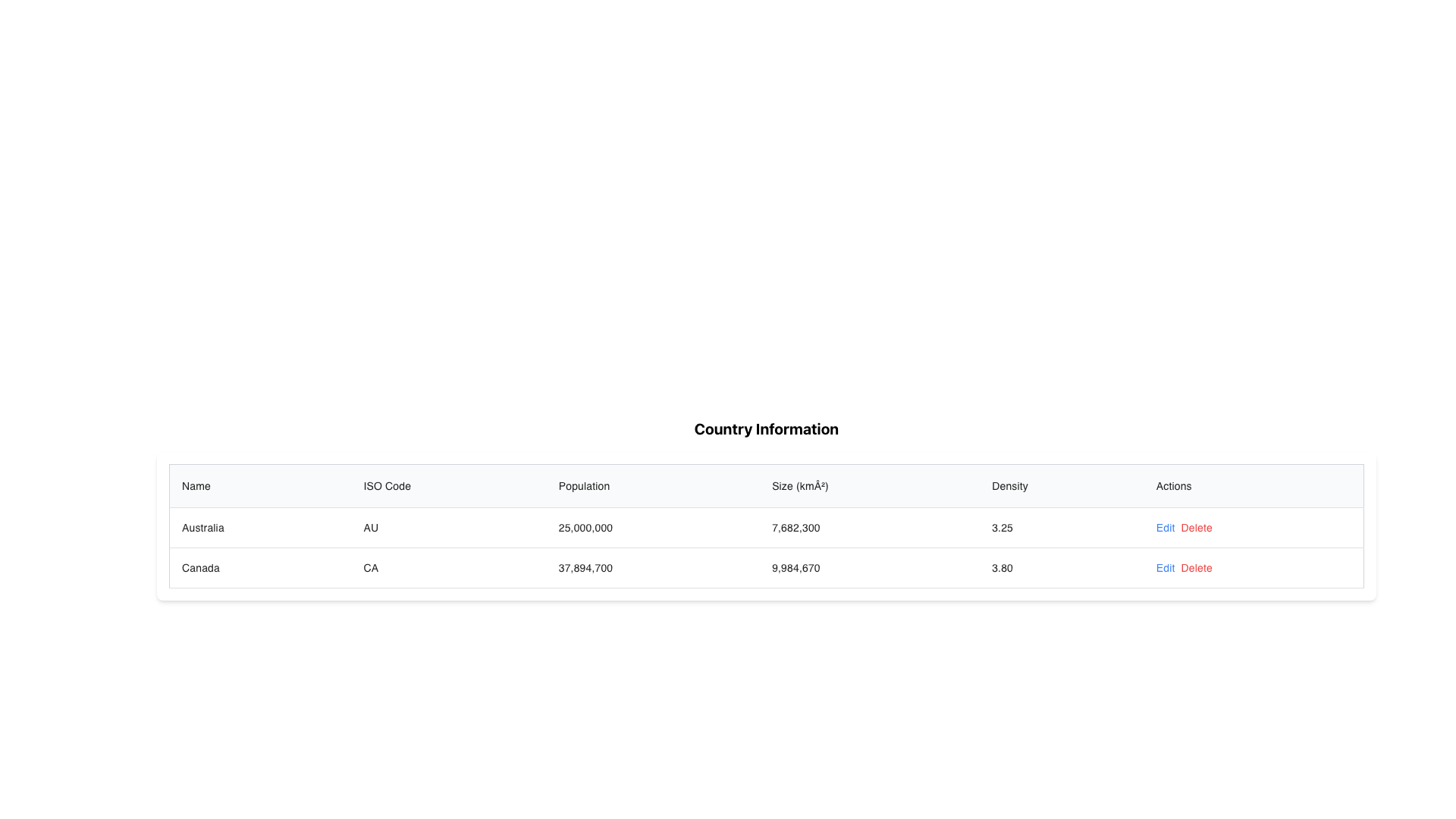 This screenshot has height=819, width=1456. Describe the element at coordinates (1196, 567) in the screenshot. I see `the second interactive hyperlink in the 'Actions' column of the second row in the table` at that location.